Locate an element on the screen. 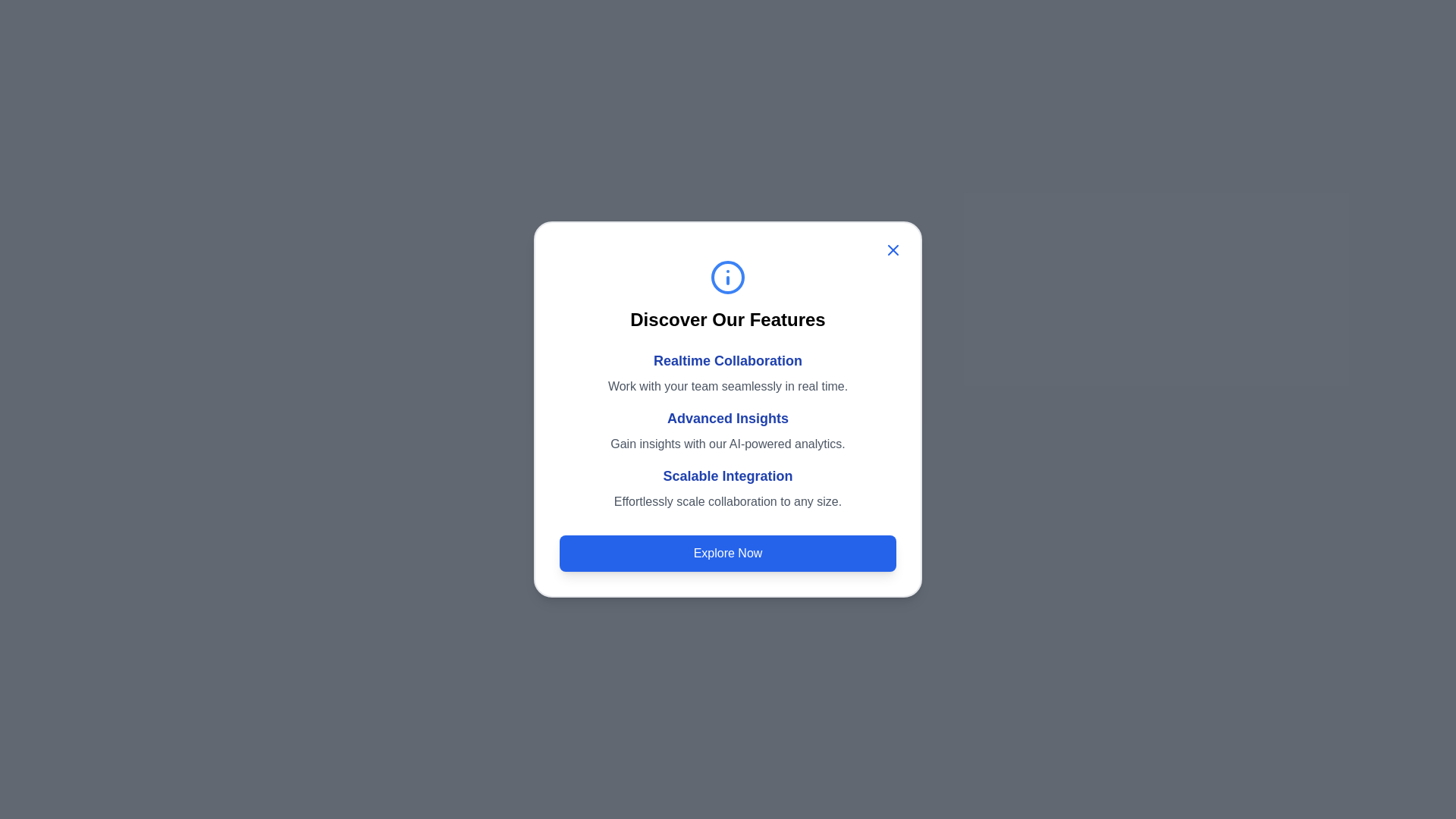 The width and height of the screenshot is (1456, 819). heading text element located centrally below the information icon, which serves as a title for the section describing platform features is located at coordinates (728, 318).